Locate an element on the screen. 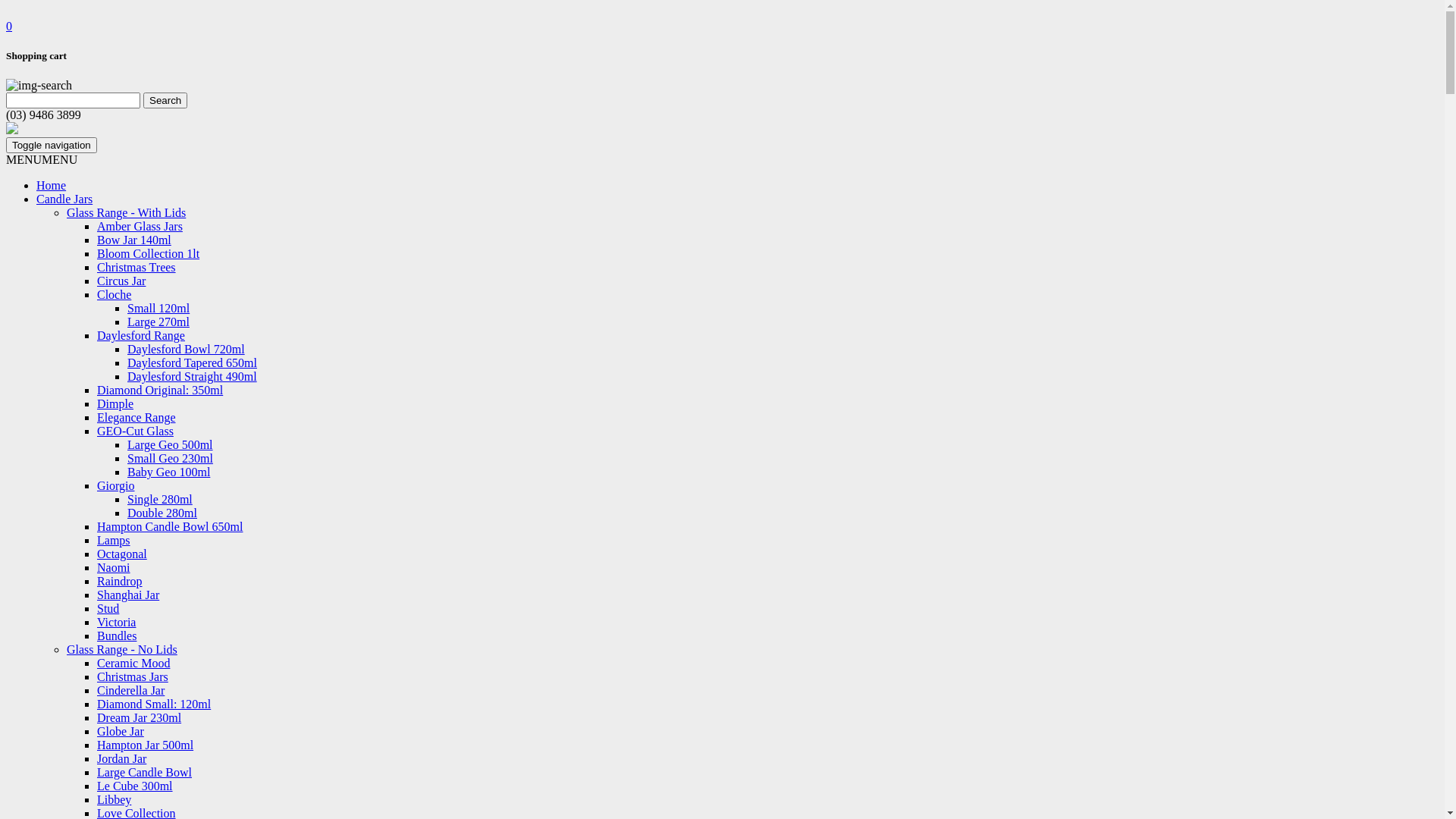 The height and width of the screenshot is (819, 1456). 'Daylesford Tapered 650ml' is located at coordinates (191, 362).